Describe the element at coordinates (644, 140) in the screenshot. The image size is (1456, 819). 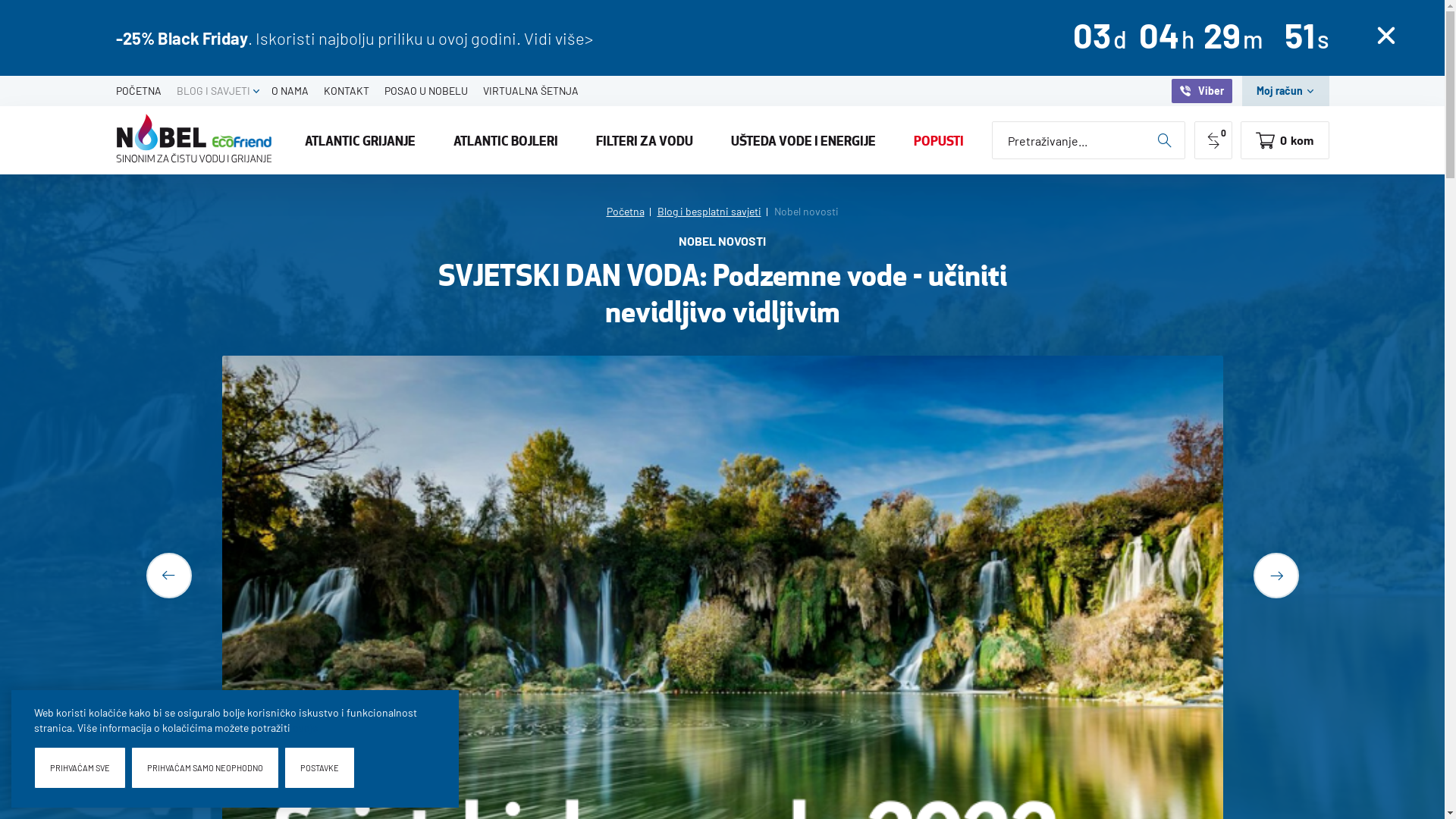
I see `'FILTERI ZA VODU'` at that location.